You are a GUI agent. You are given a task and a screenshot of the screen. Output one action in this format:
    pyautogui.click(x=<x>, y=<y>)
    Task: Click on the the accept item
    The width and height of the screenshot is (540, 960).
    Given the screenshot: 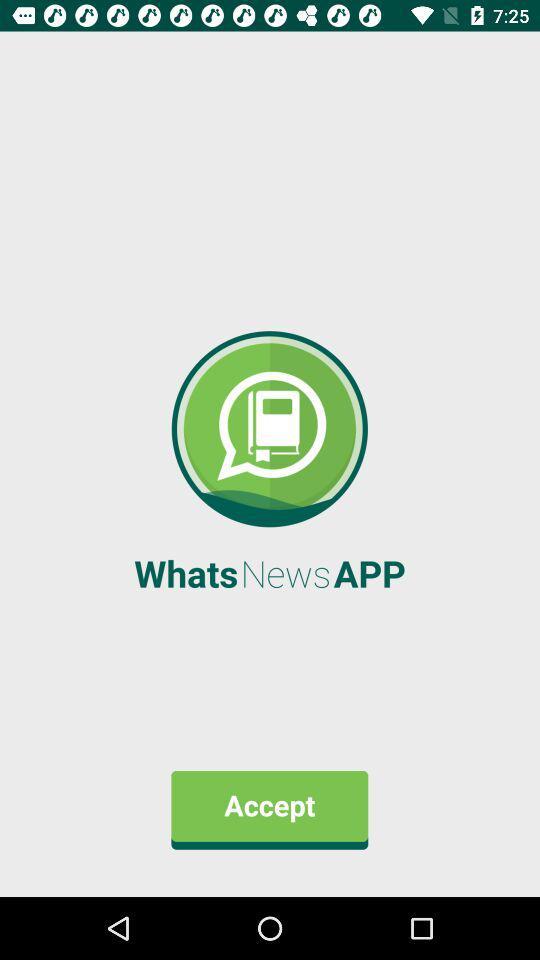 What is the action you would take?
    pyautogui.click(x=269, y=810)
    